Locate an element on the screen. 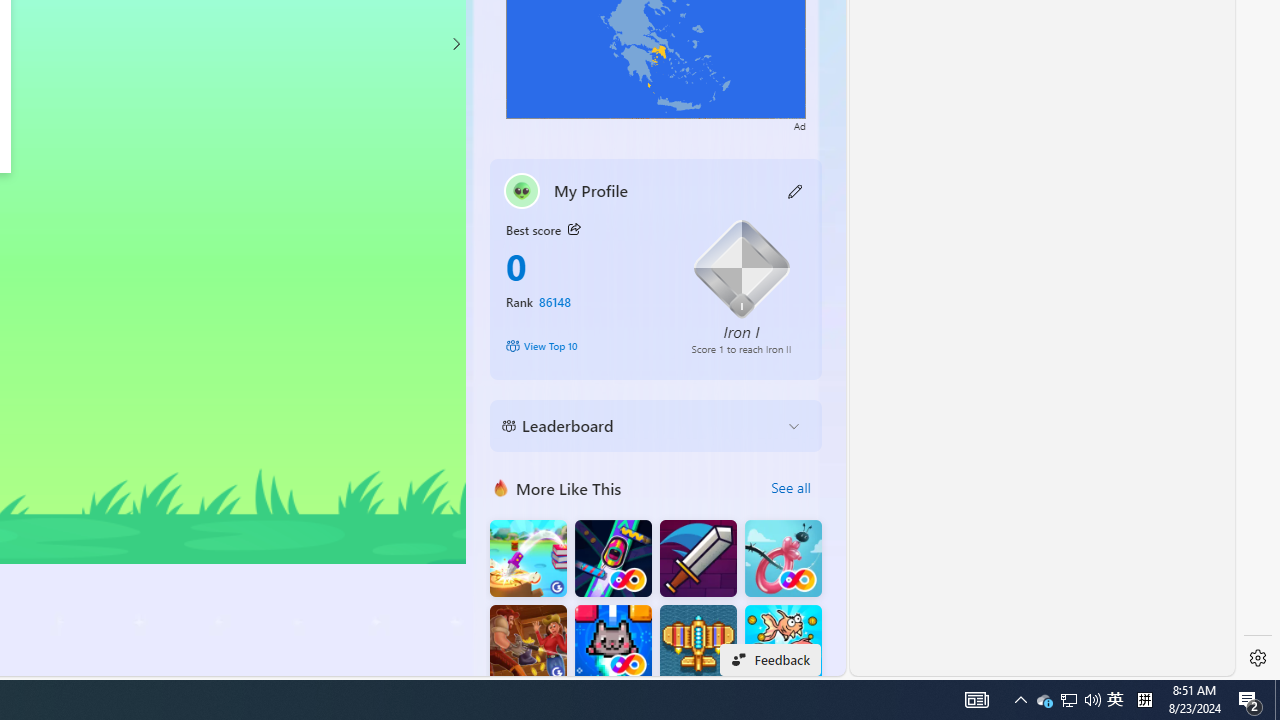 The height and width of the screenshot is (720, 1280). 'Class: control' is located at coordinates (454, 43).